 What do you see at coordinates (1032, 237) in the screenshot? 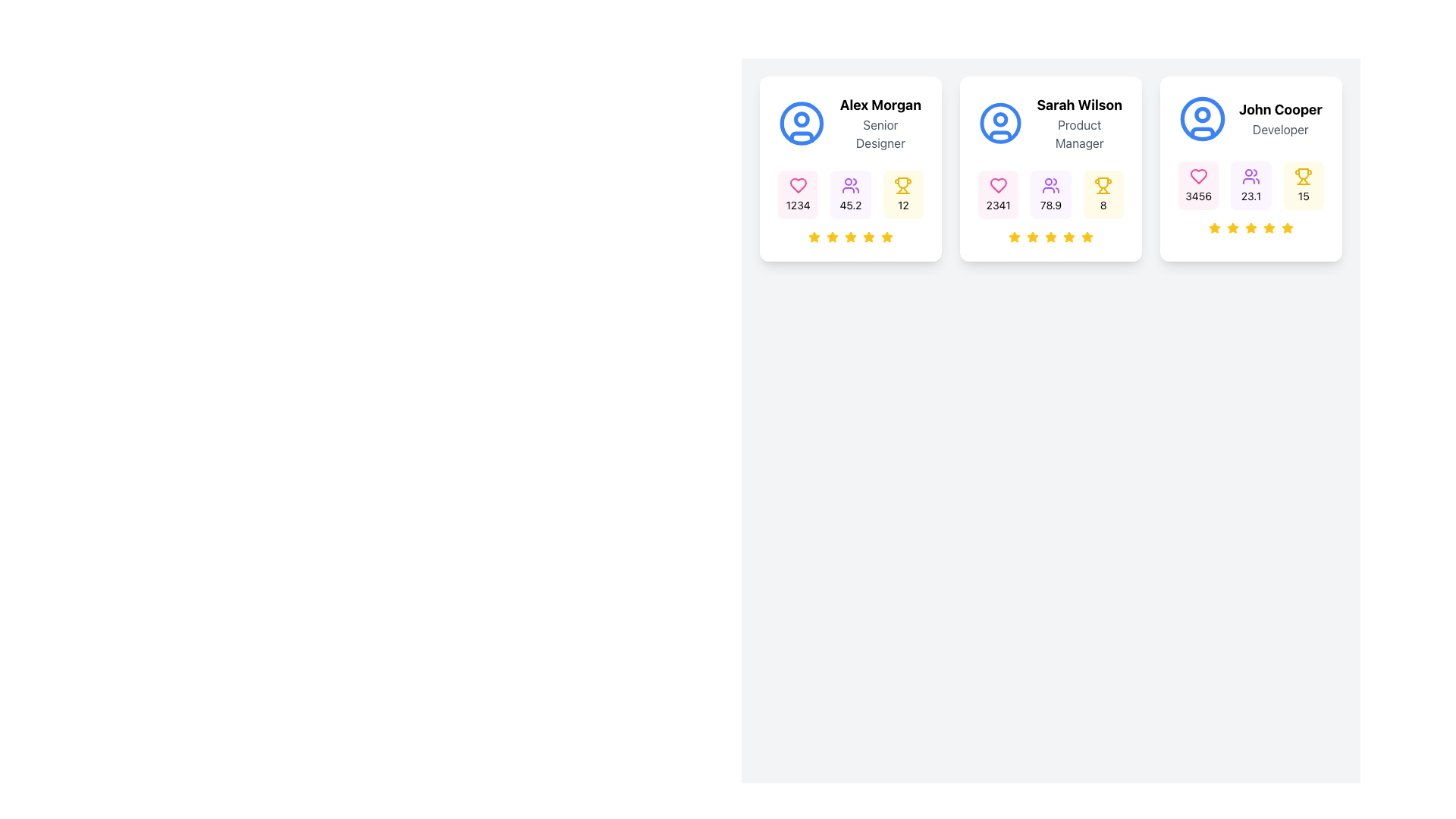
I see `the third star-shaped icon with a vibrant yellow fill in the rating system below the user statistics for 'Sarah Wilson'` at bounding box center [1032, 237].